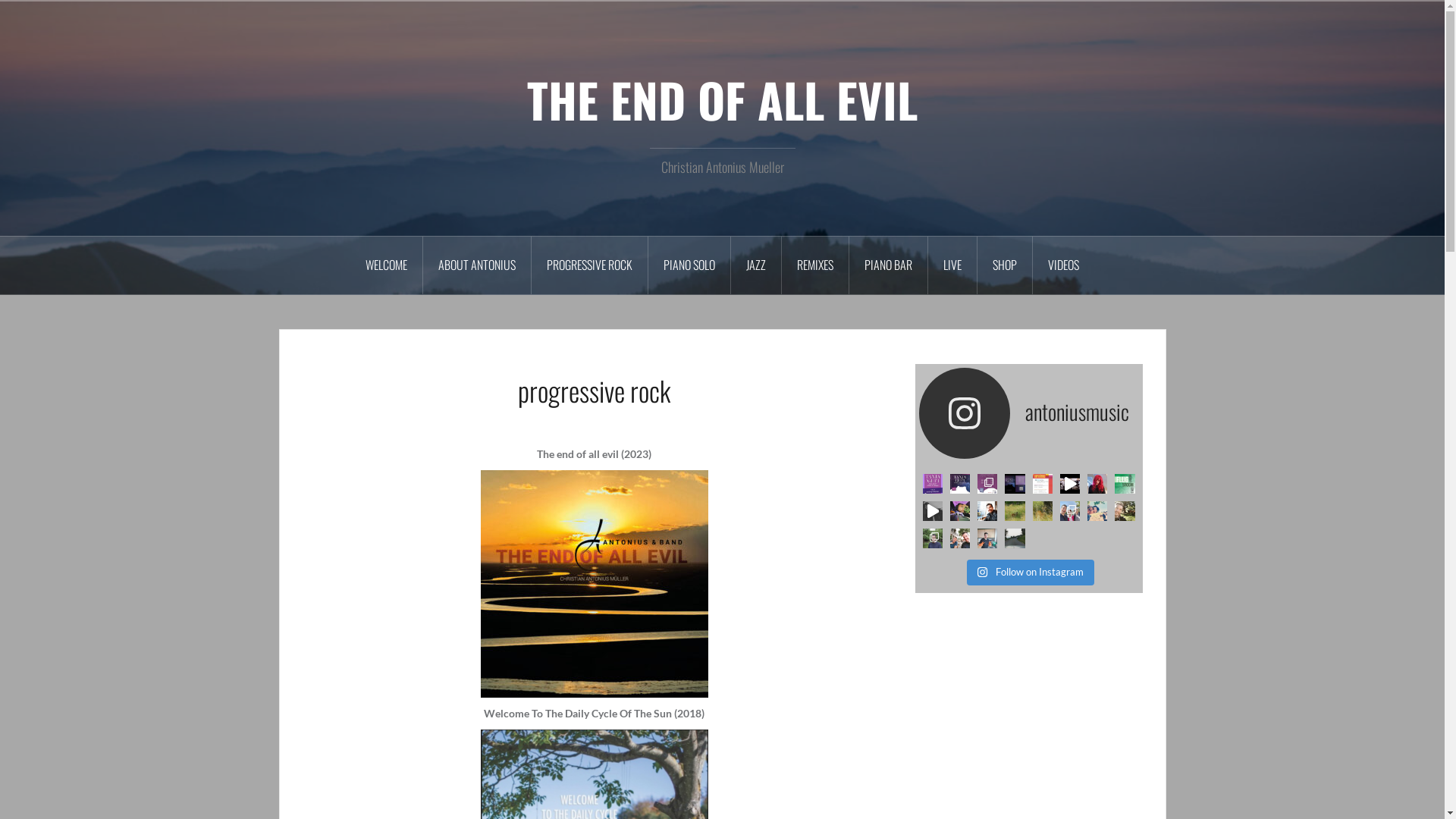  Describe the element at coordinates (1032, 265) in the screenshot. I see `'VIDEOS'` at that location.